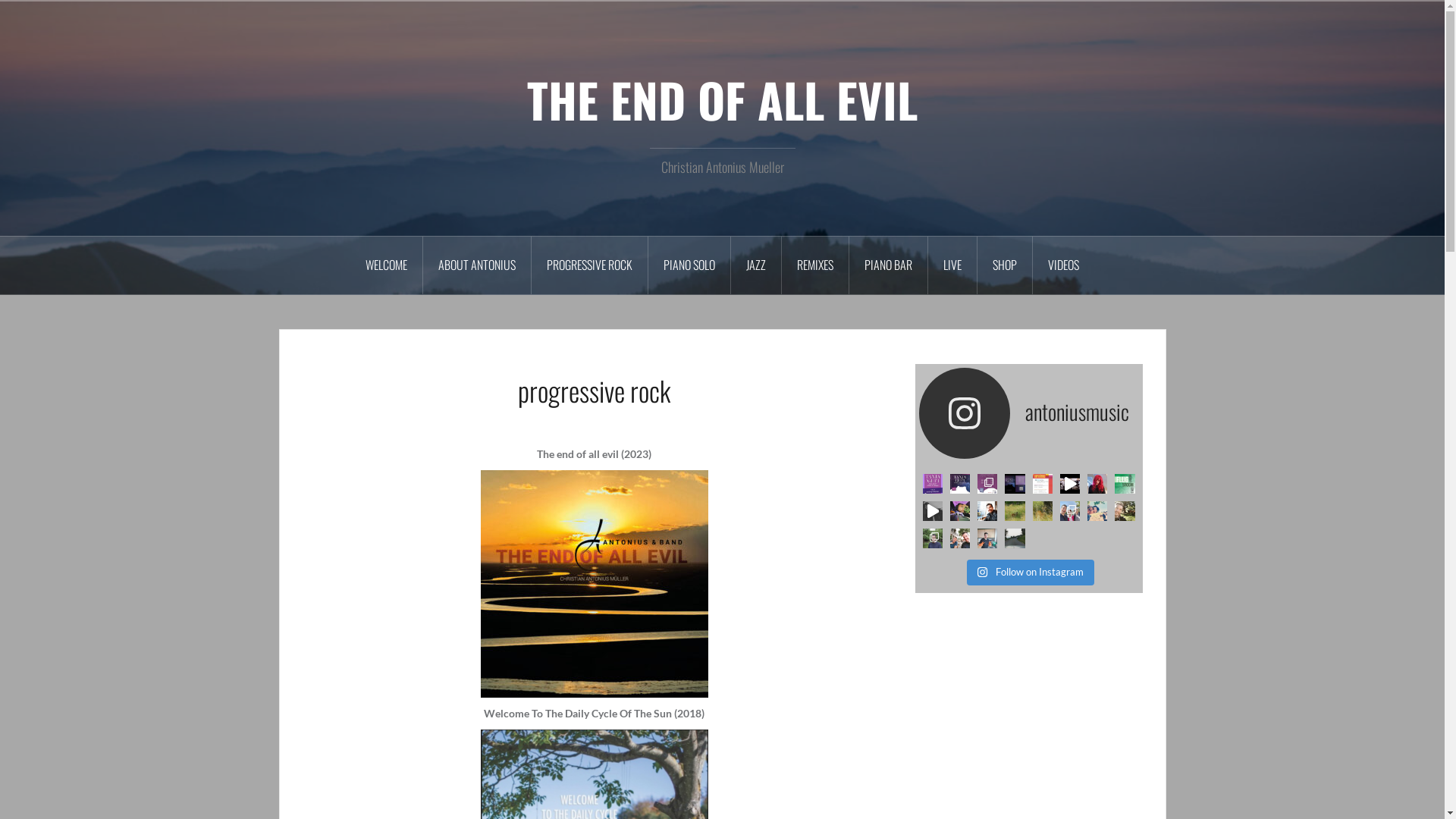  Describe the element at coordinates (1032, 265) in the screenshot. I see `'VIDEOS'` at that location.